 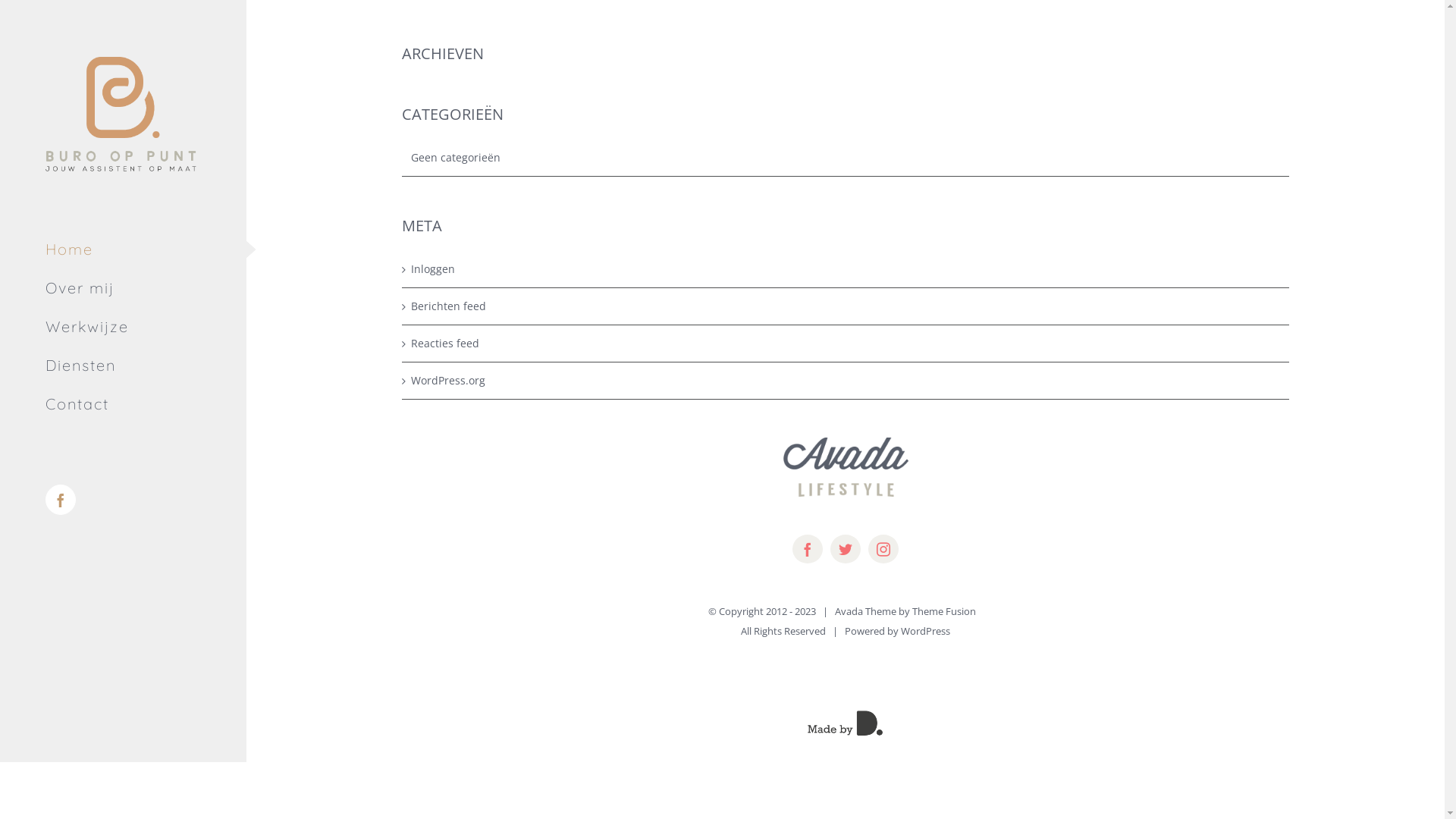 What do you see at coordinates (123, 248) in the screenshot?
I see `'Home'` at bounding box center [123, 248].